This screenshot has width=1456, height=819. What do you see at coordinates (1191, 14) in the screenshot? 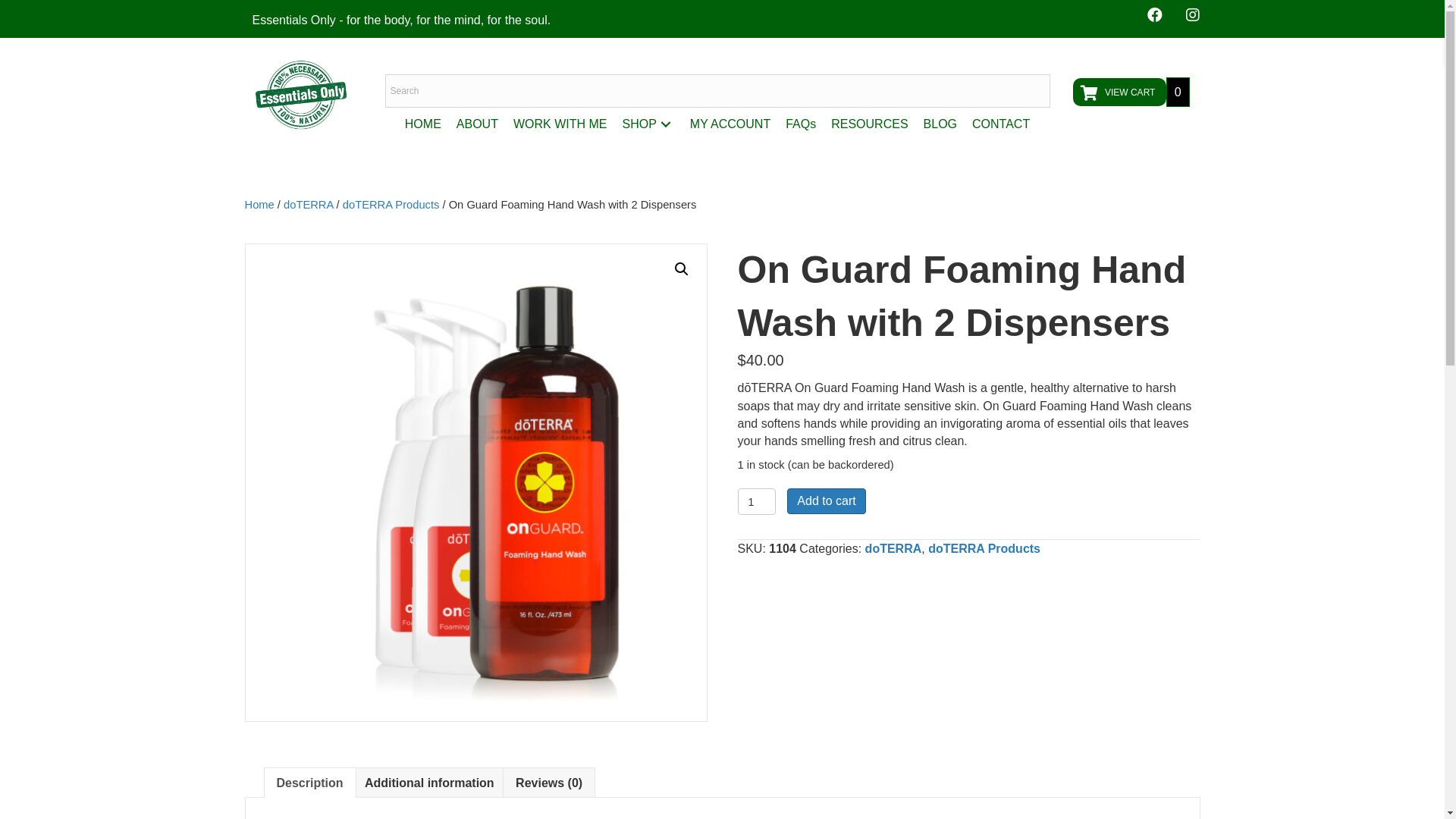
I see `'Instagram'` at bounding box center [1191, 14].